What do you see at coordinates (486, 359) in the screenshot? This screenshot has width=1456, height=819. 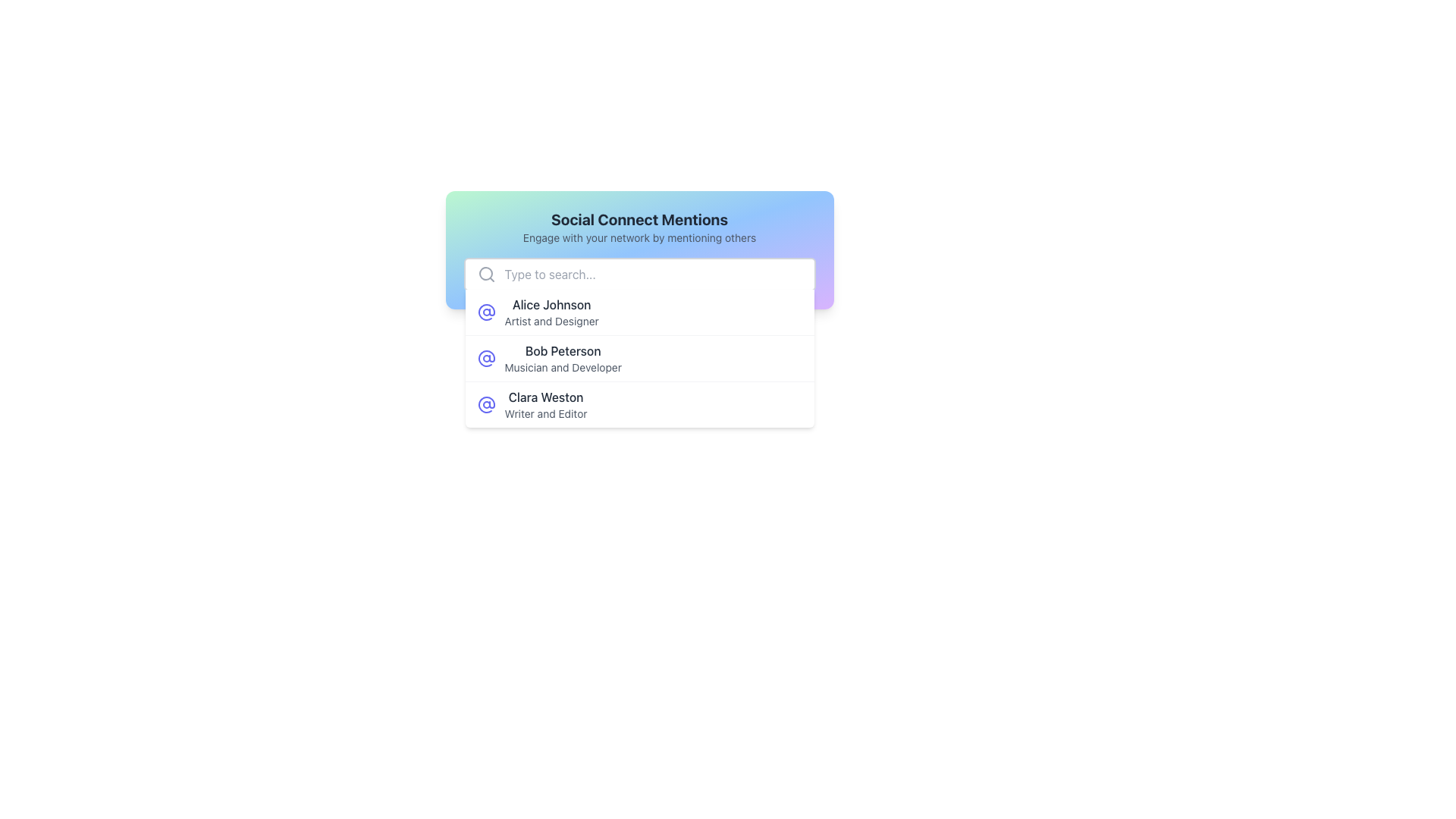 I see `the email or online mention indicator icon for 'Bob Peterson', located next to the text 'Bob Peterson Musician and Developer' in the vertical selection menu` at bounding box center [486, 359].